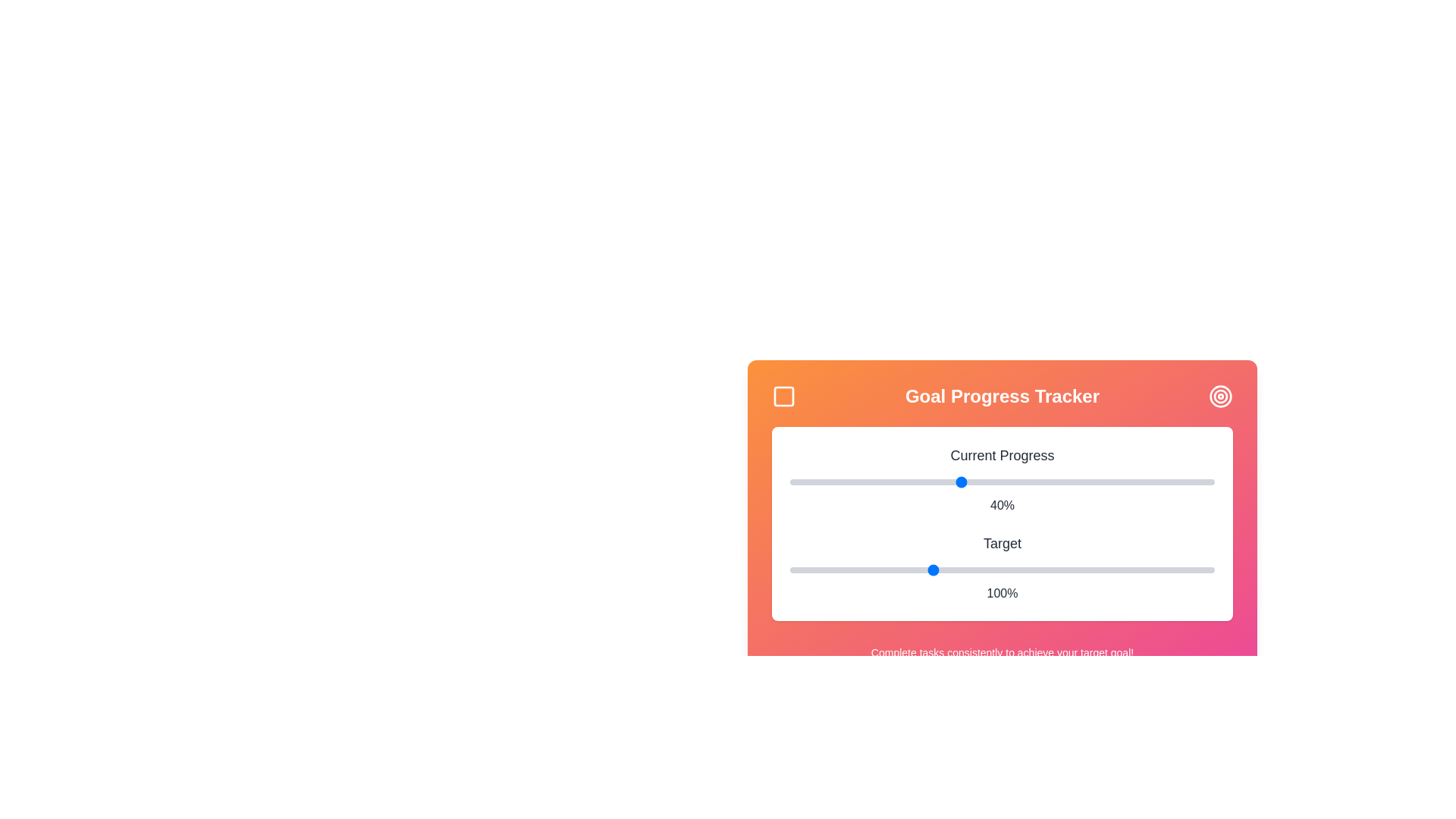  Describe the element at coordinates (1125, 482) in the screenshot. I see `the 'Current Progress' slider to 79%` at that location.